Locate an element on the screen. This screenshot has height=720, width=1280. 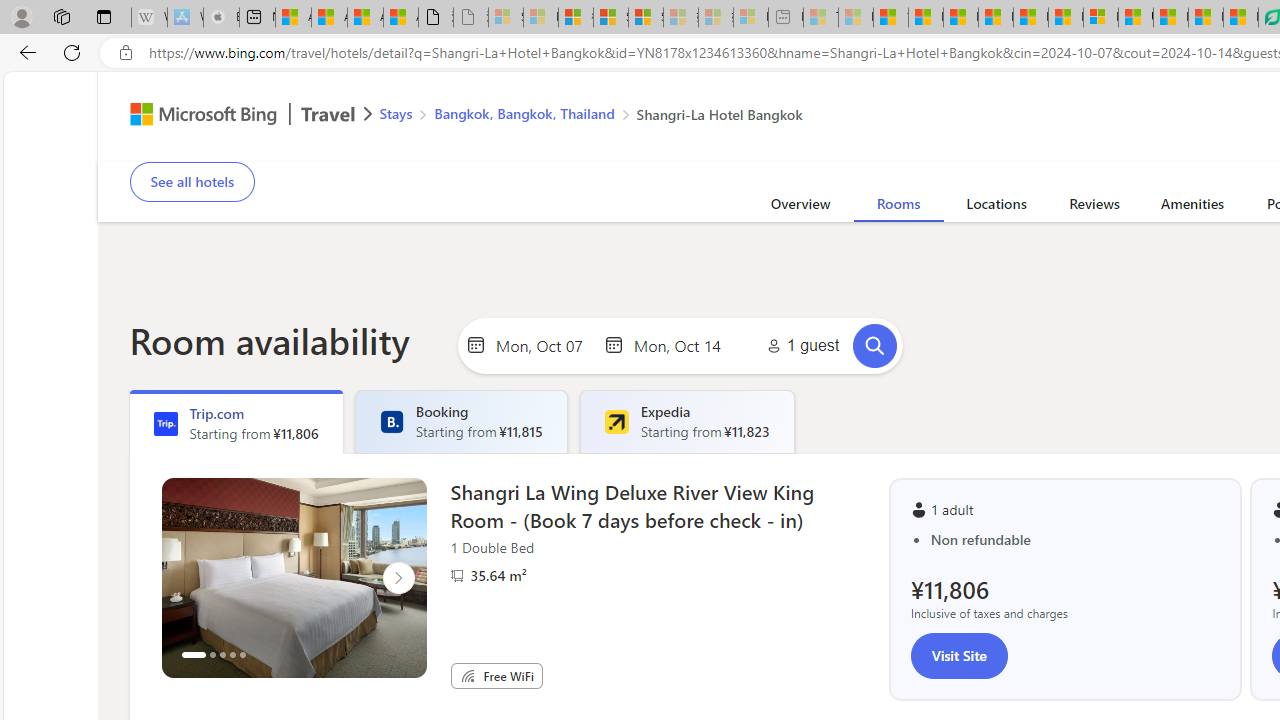
'Click to scroll right' is located at coordinates (398, 578).